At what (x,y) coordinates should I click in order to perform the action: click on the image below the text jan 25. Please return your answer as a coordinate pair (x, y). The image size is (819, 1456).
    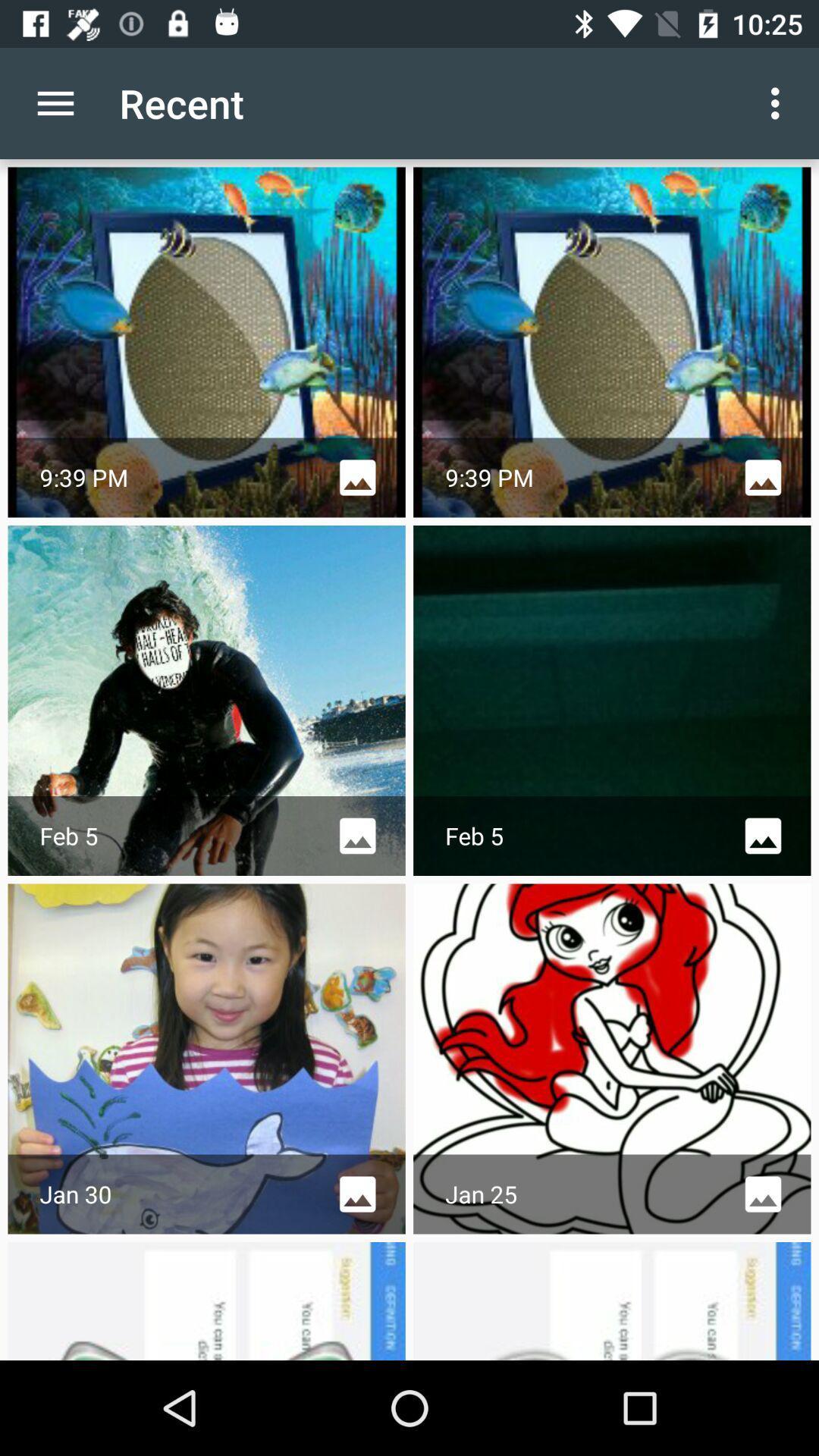
    Looking at the image, I should click on (611, 1300).